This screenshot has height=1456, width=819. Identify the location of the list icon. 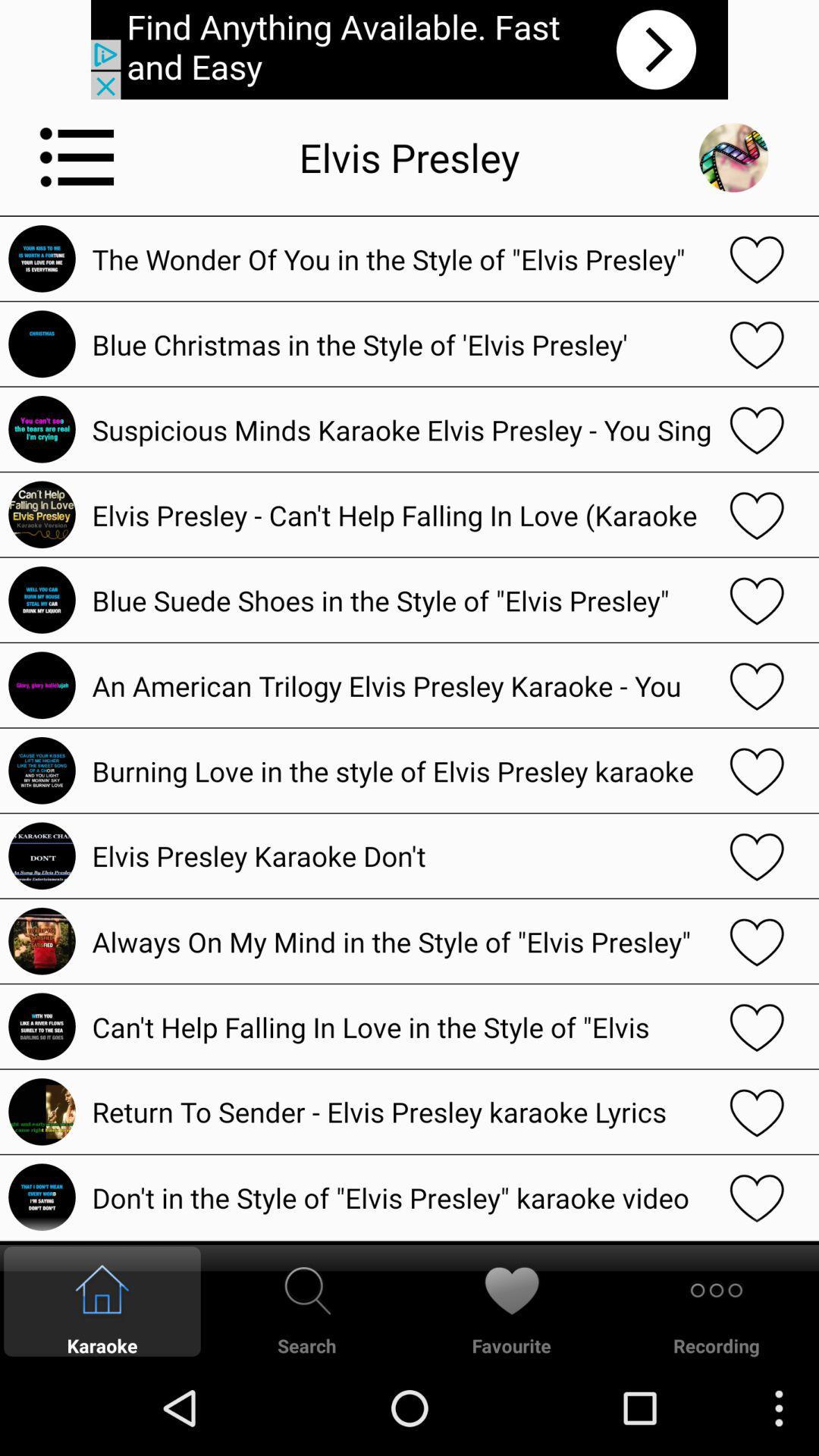
(77, 168).